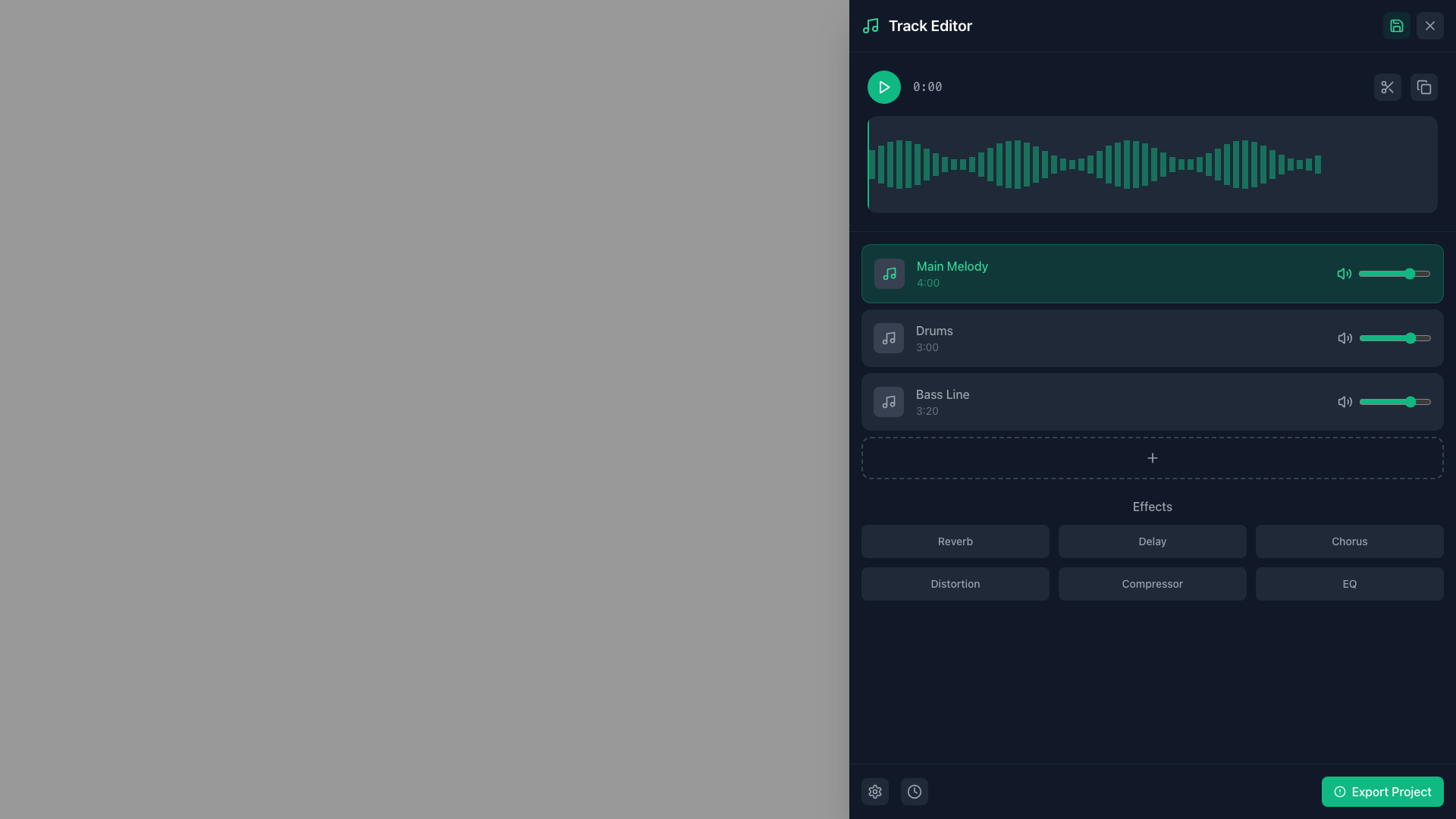 Image resolution: width=1456 pixels, height=819 pixels. Describe the element at coordinates (1423, 87) in the screenshot. I see `the 'copy' icon button located in the upper-right corner of the interface` at that location.